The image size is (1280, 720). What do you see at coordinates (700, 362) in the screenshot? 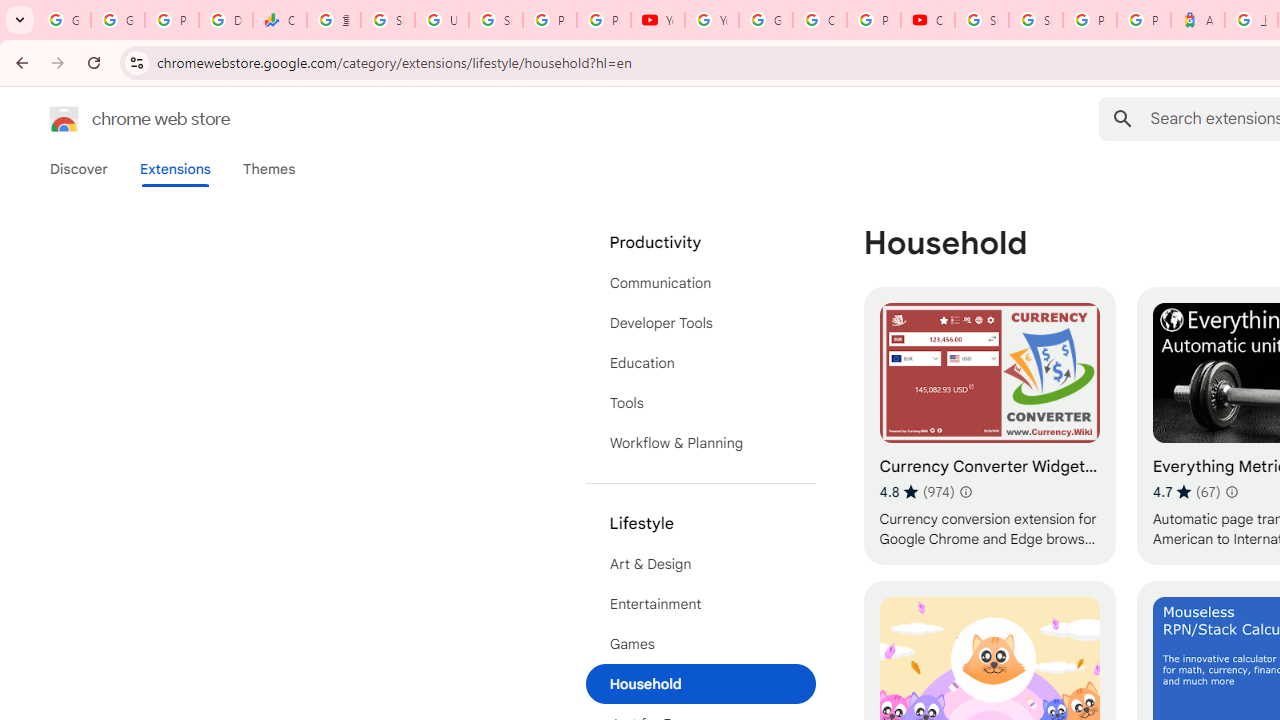
I see `'Education'` at bounding box center [700, 362].